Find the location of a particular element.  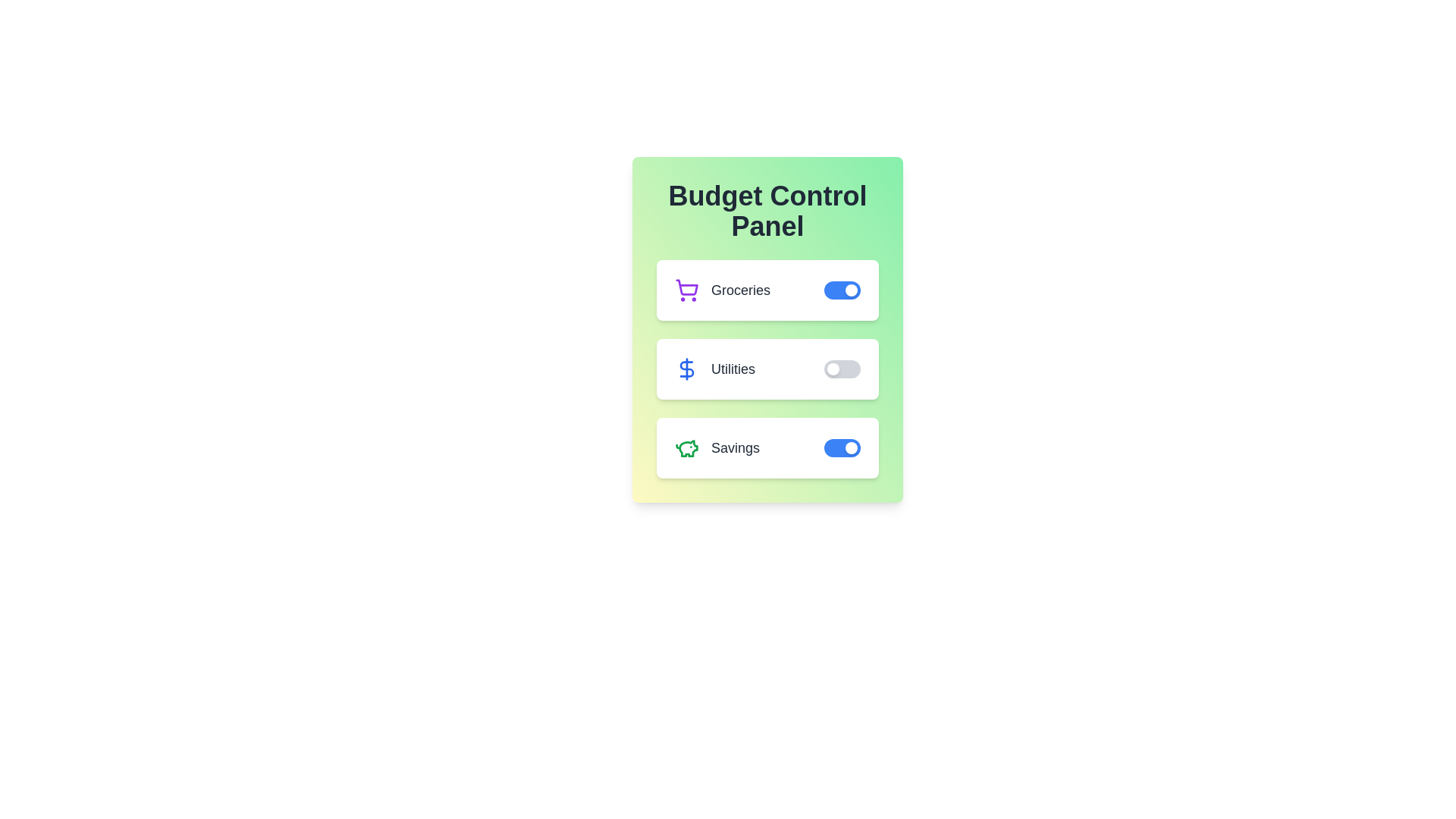

the Groceries section to observe its hover effect is located at coordinates (767, 290).